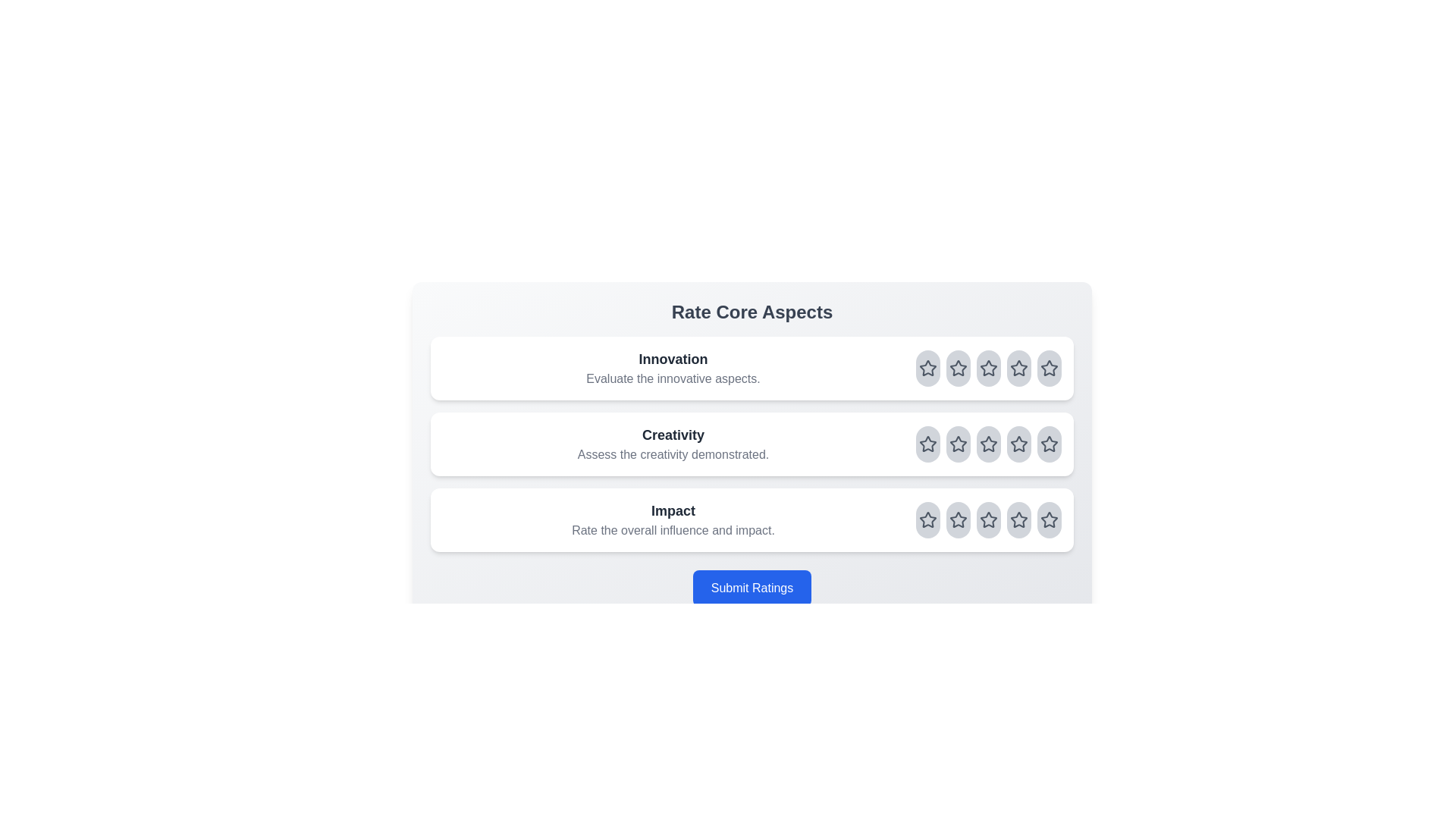 This screenshot has width=1456, height=819. I want to click on the rating for the aspect Impact to 3 stars by clicking on the corresponding star, so click(989, 519).